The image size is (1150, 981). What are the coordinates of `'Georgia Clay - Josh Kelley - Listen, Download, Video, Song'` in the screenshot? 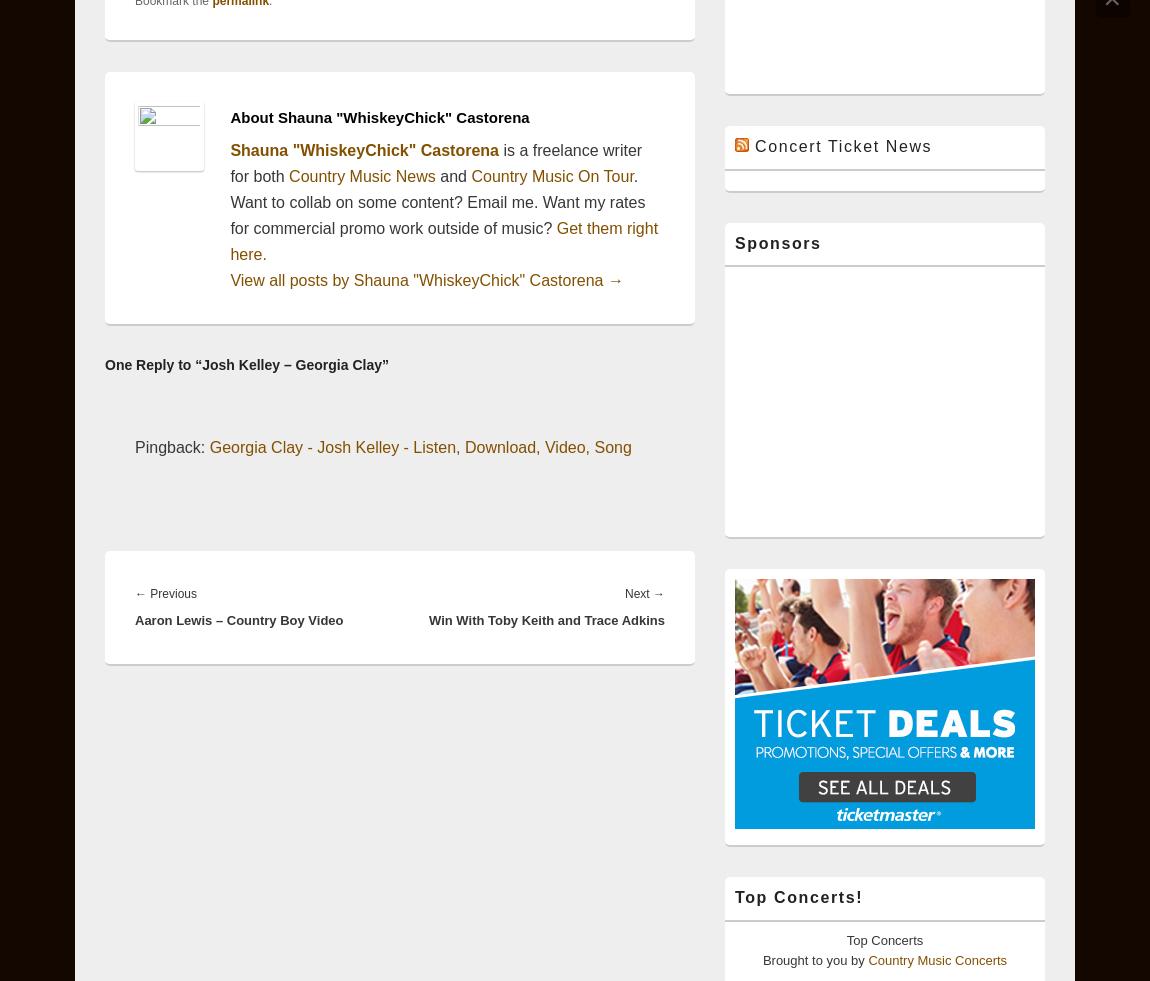 It's located at (207, 446).